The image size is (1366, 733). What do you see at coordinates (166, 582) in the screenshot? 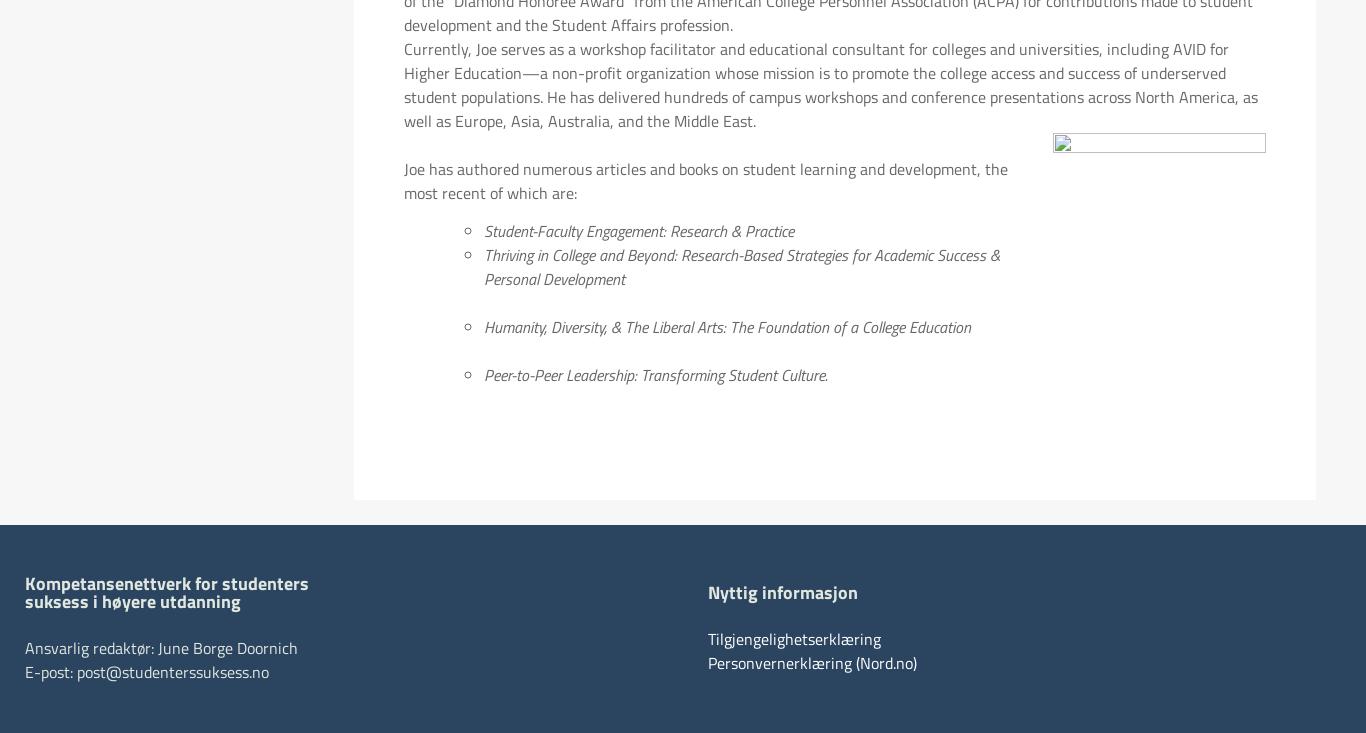
I see `'Kompetansenettverk for studenters'` at bounding box center [166, 582].